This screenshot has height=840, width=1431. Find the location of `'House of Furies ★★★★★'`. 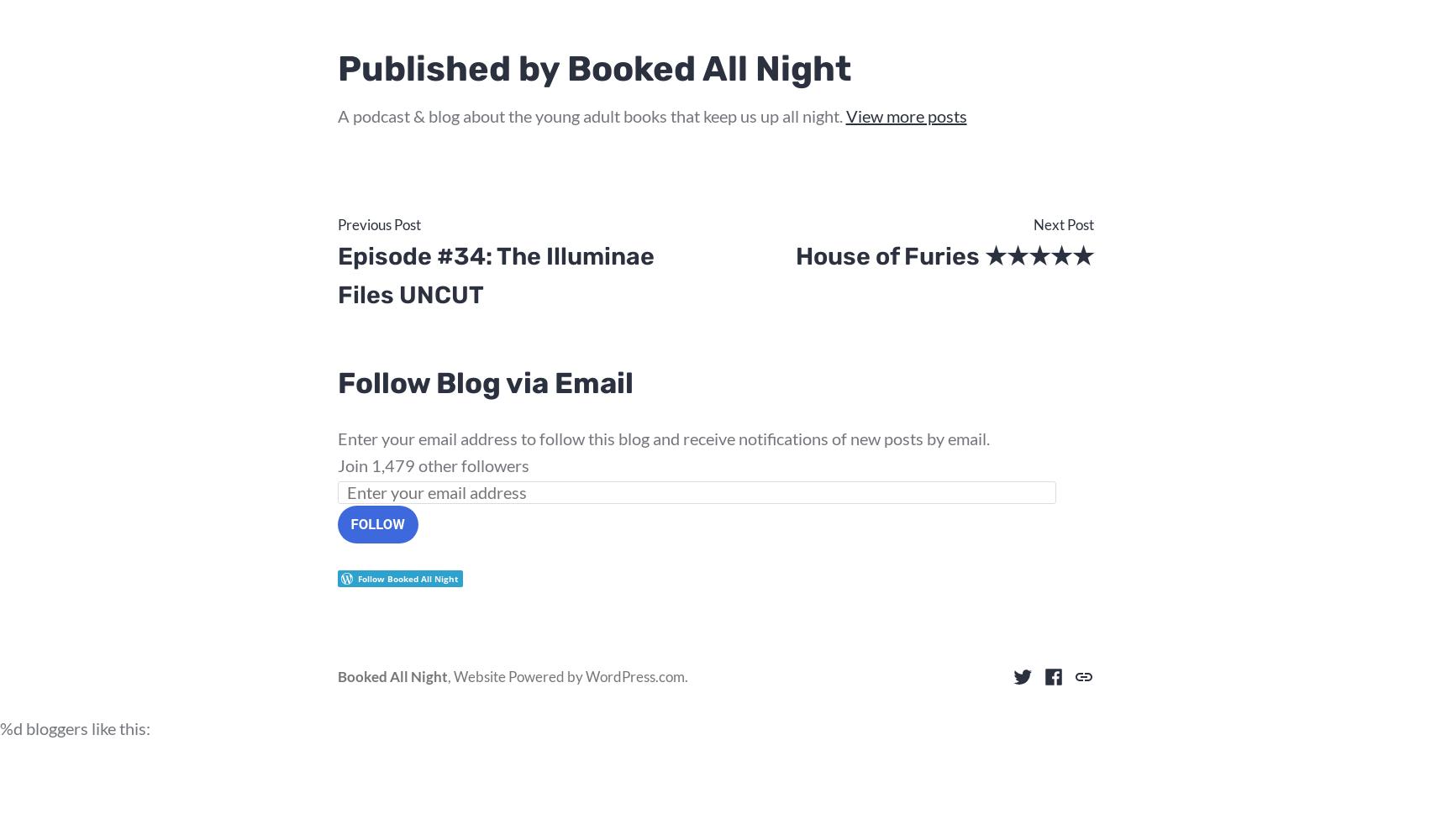

'House of Furies ★★★★★' is located at coordinates (944, 255).